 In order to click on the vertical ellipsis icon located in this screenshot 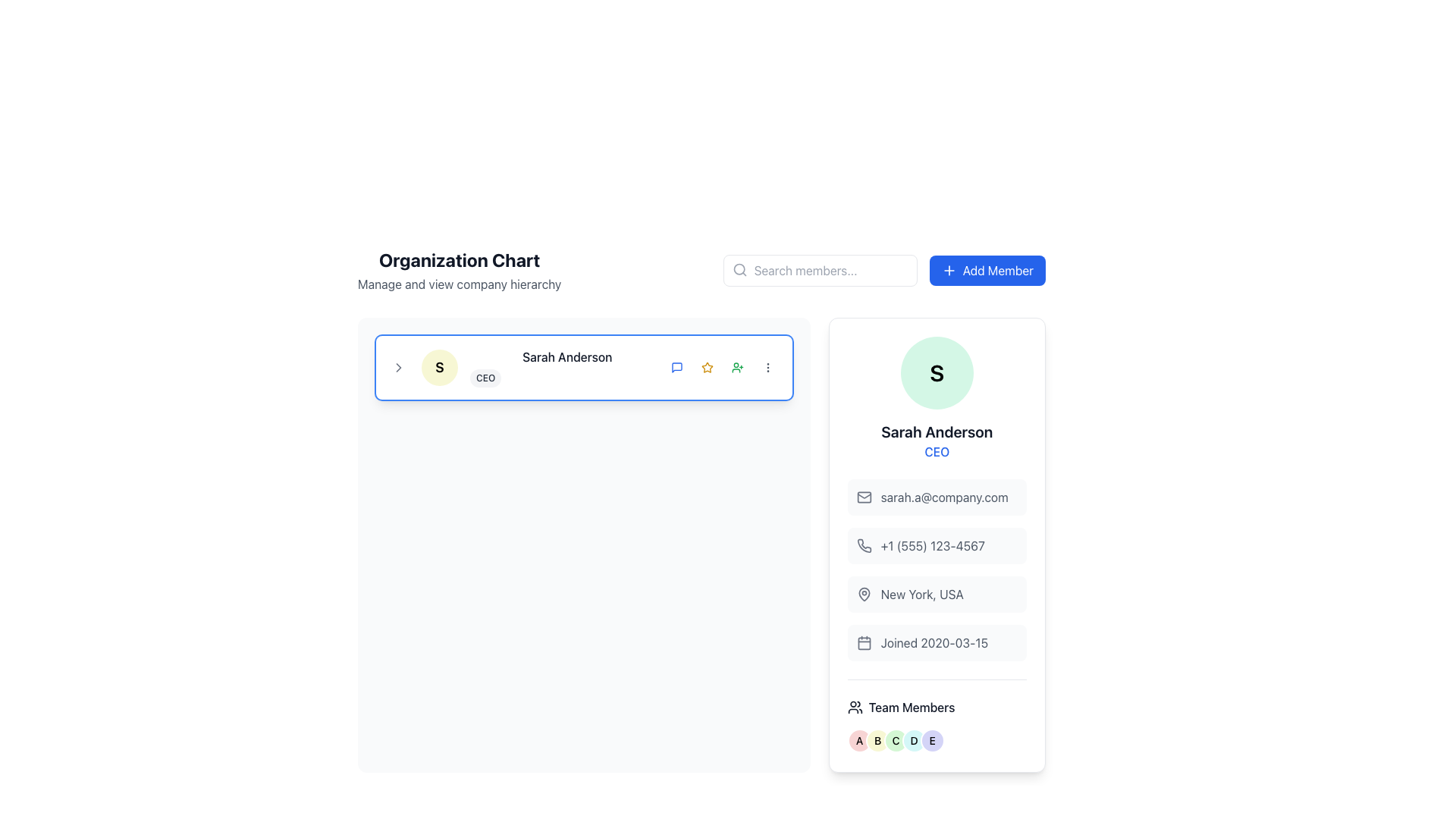, I will do `click(767, 368)`.